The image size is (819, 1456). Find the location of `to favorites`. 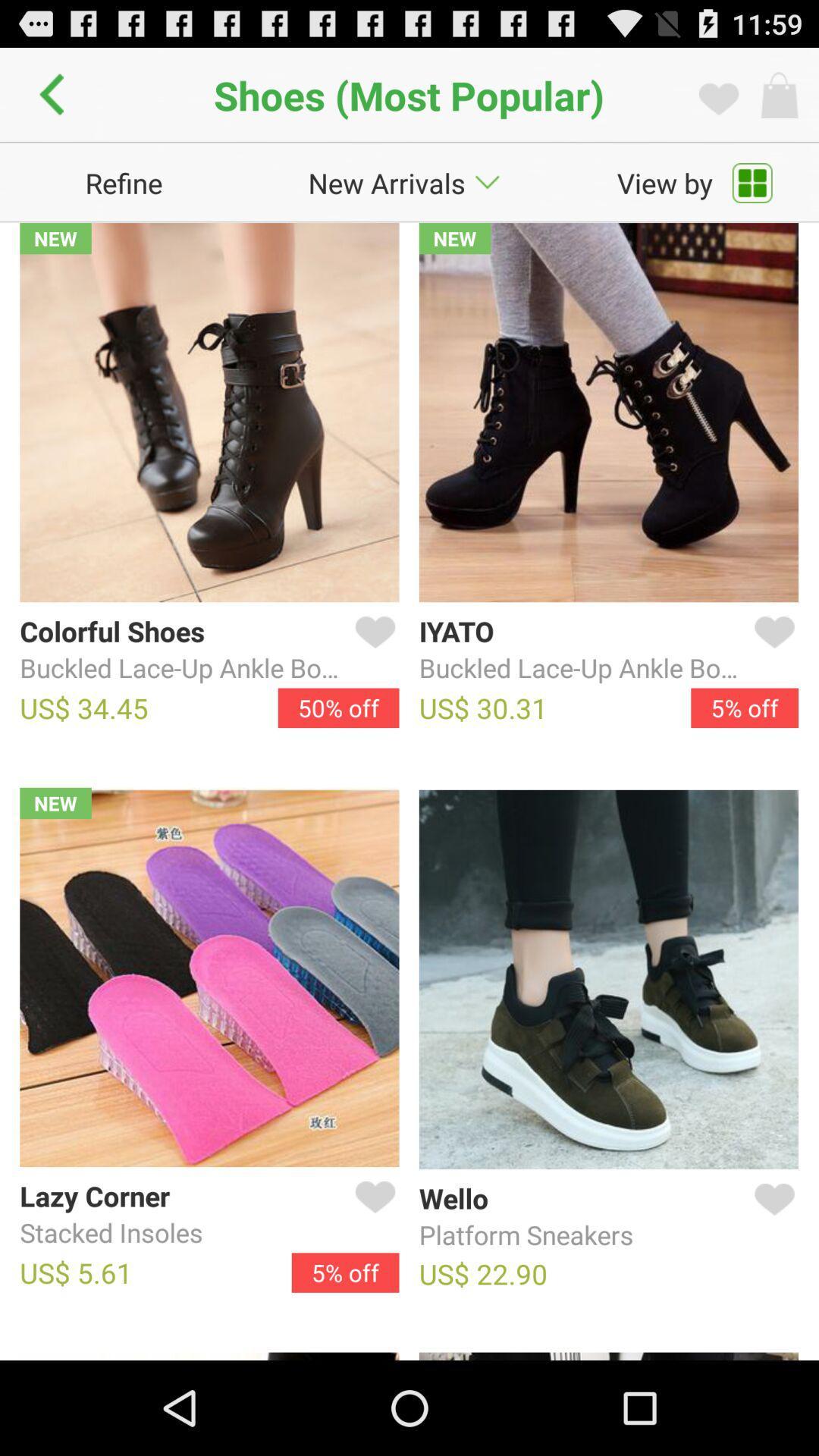

to favorites is located at coordinates (372, 1215).